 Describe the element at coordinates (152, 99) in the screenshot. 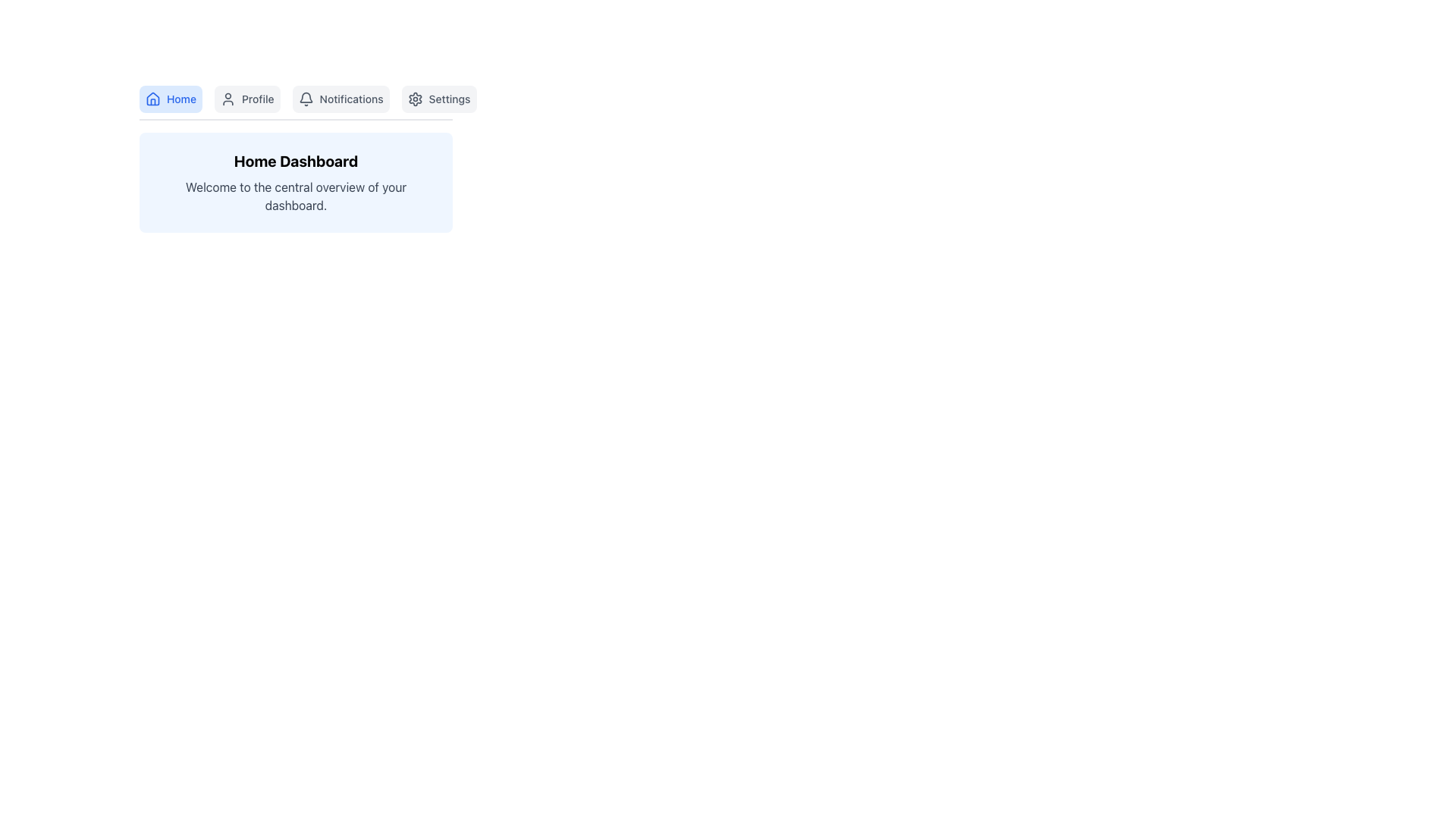

I see `the 'Home' icon located in the upper-left area of the interface` at that location.